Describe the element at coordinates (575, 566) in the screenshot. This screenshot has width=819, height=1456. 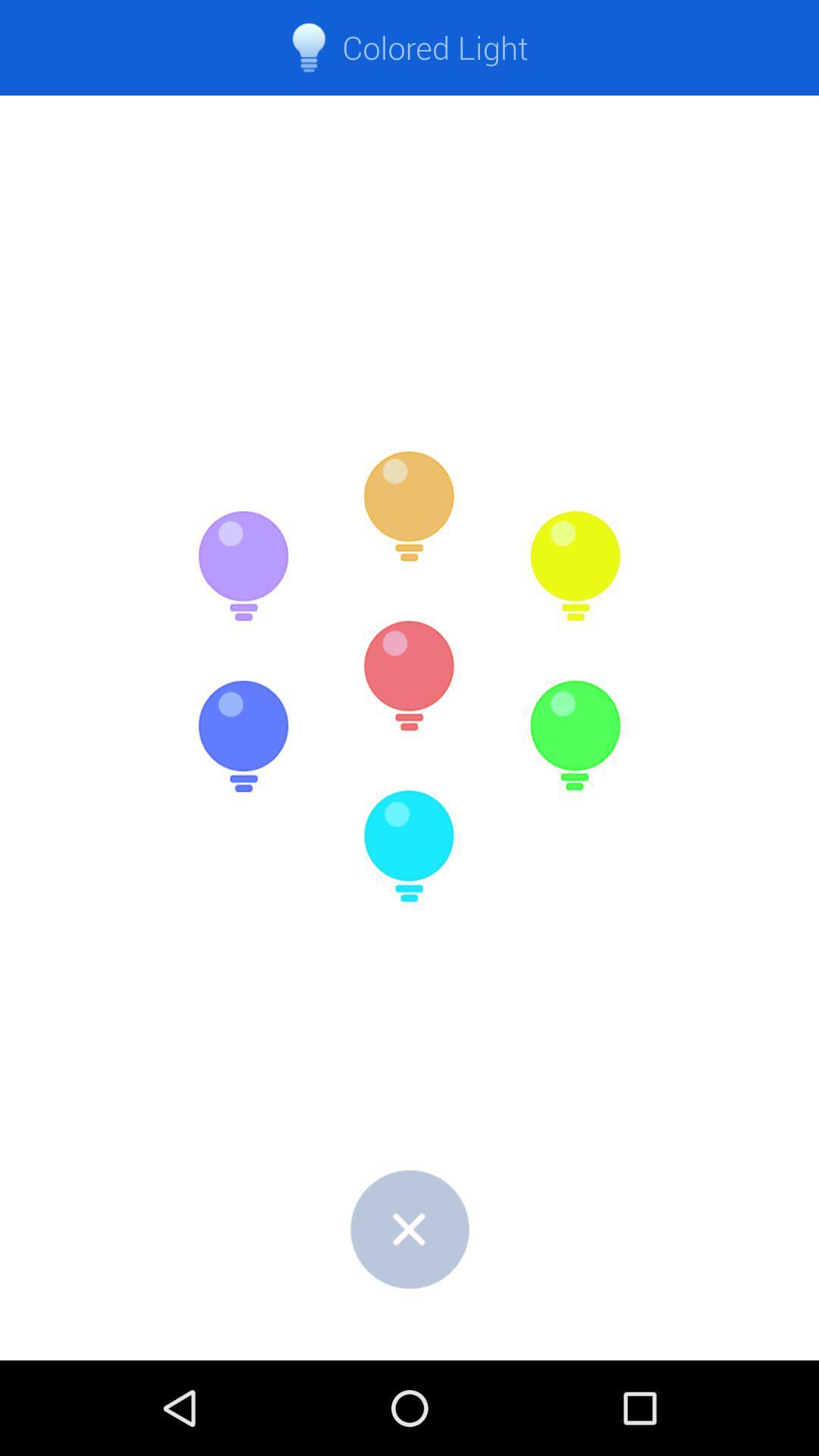
I see `the item below colored light` at that location.